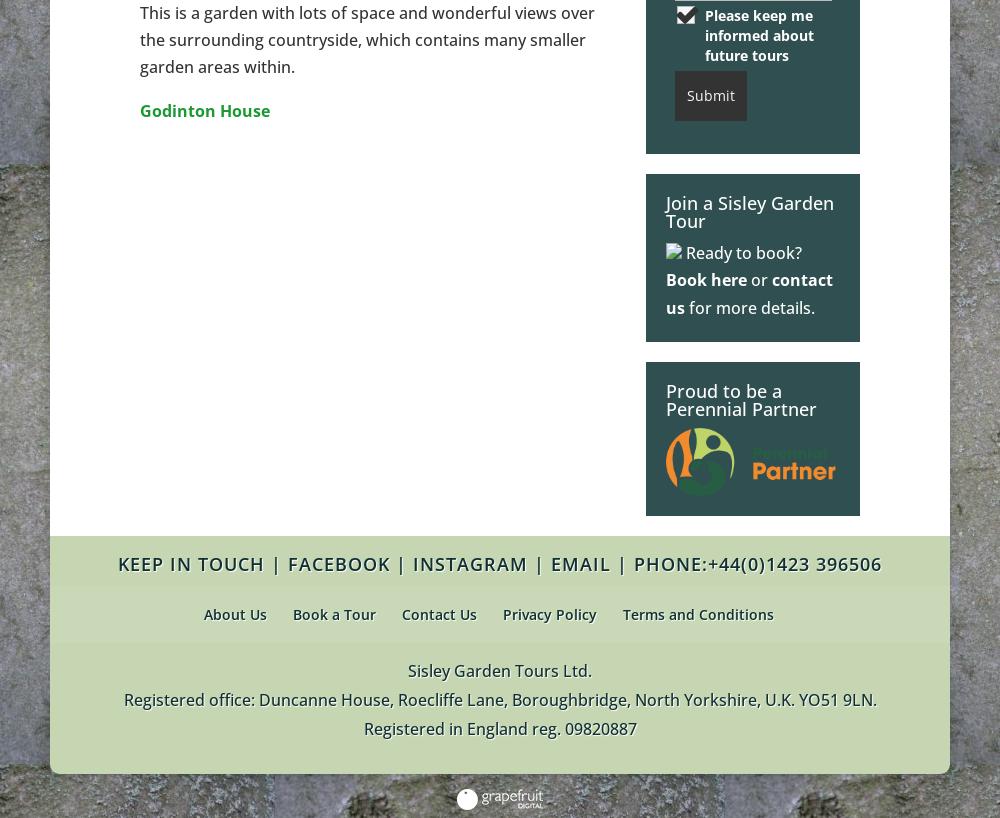 Image resolution: width=1000 pixels, height=818 pixels. Describe the element at coordinates (140, 39) in the screenshot. I see `'This is a garden with lots of space and wonderful views over the surrounding countryside, which contains many smaller garden areas within.'` at that location.